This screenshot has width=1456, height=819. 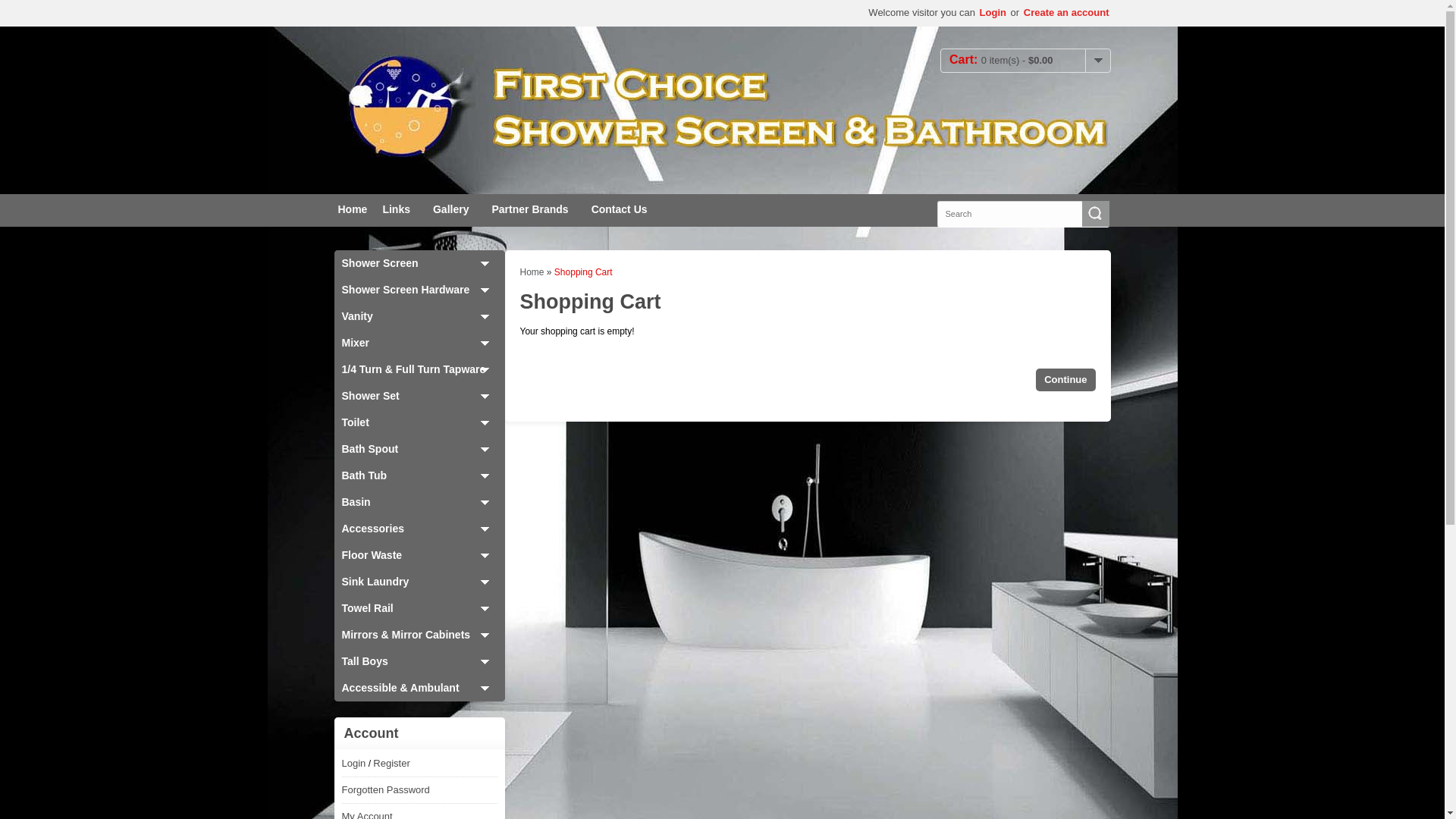 What do you see at coordinates (419, 343) in the screenshot?
I see `'Mixer'` at bounding box center [419, 343].